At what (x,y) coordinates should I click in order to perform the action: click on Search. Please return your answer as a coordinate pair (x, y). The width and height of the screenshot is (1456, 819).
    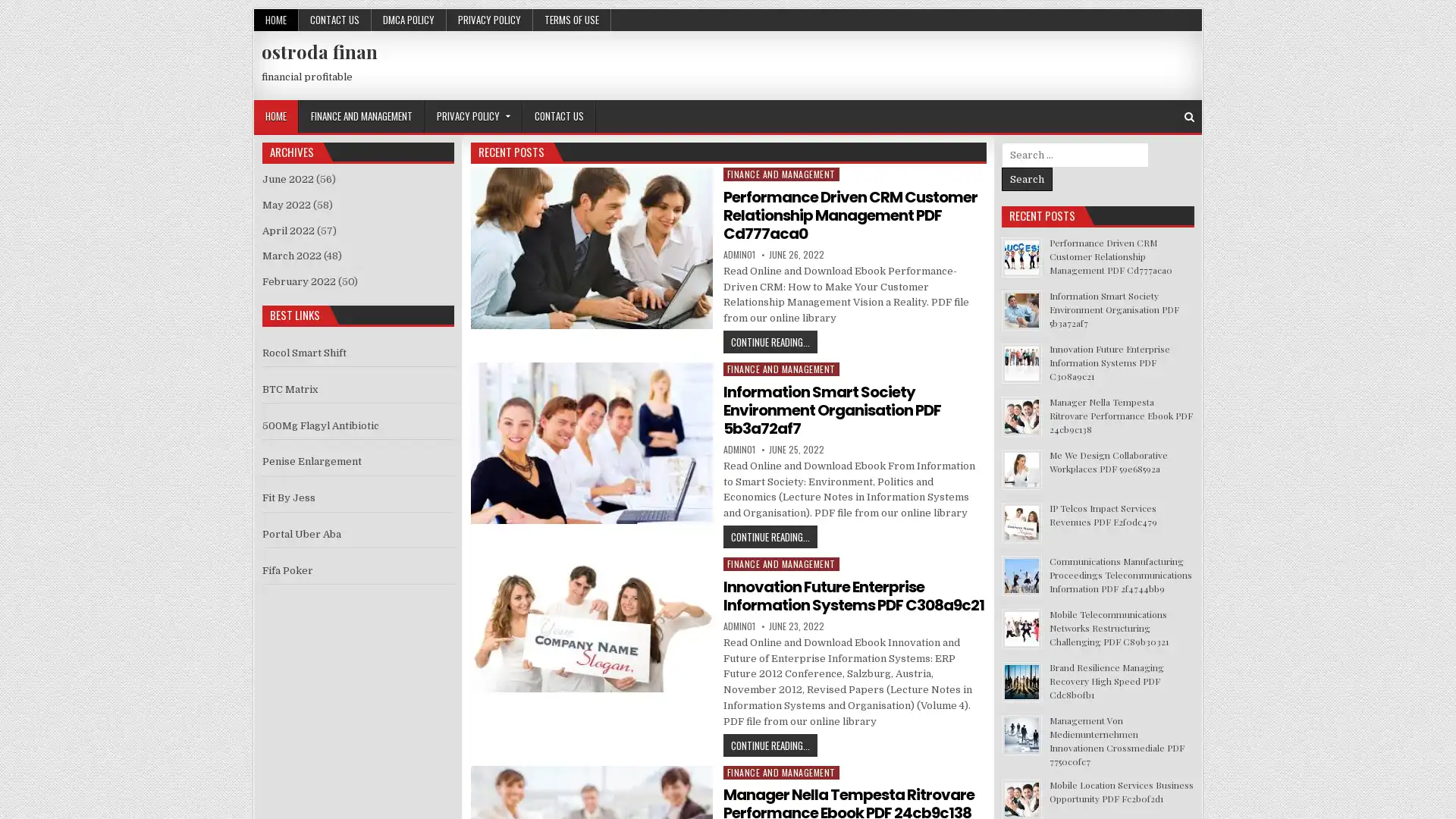
    Looking at the image, I should click on (1027, 178).